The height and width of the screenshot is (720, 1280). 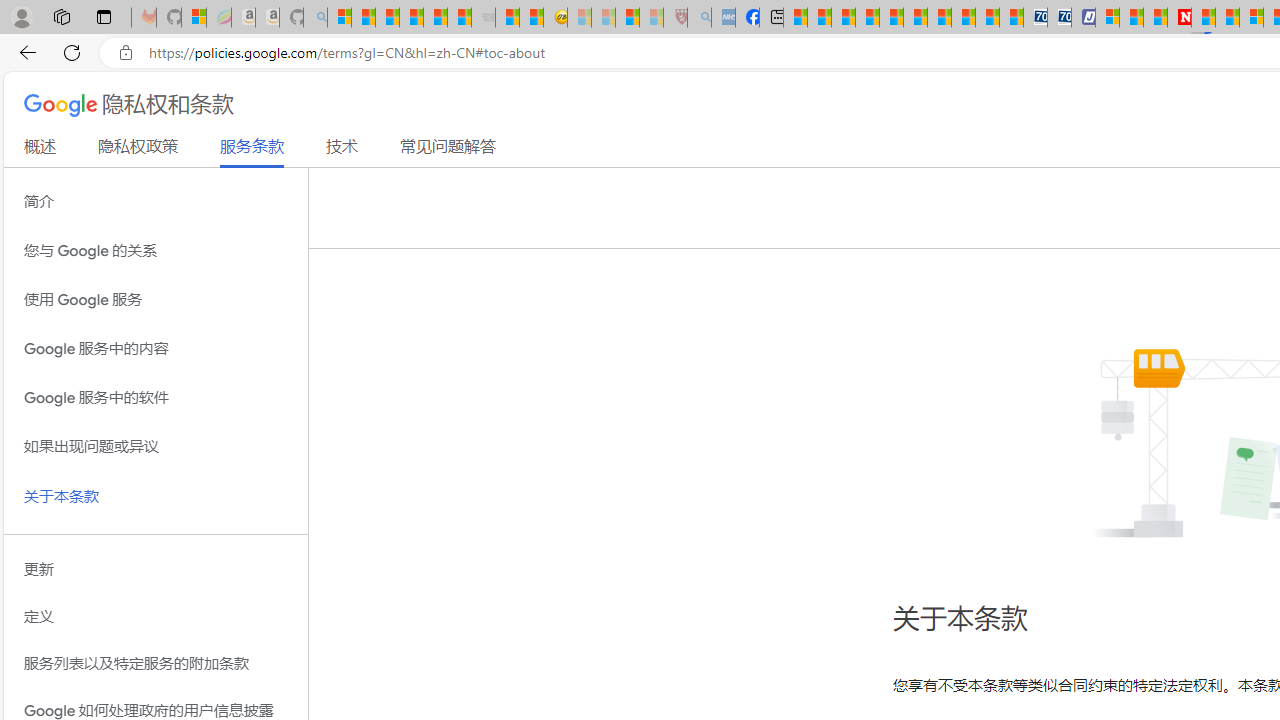 I want to click on 'The Weather Channel - MSN', so click(x=387, y=17).